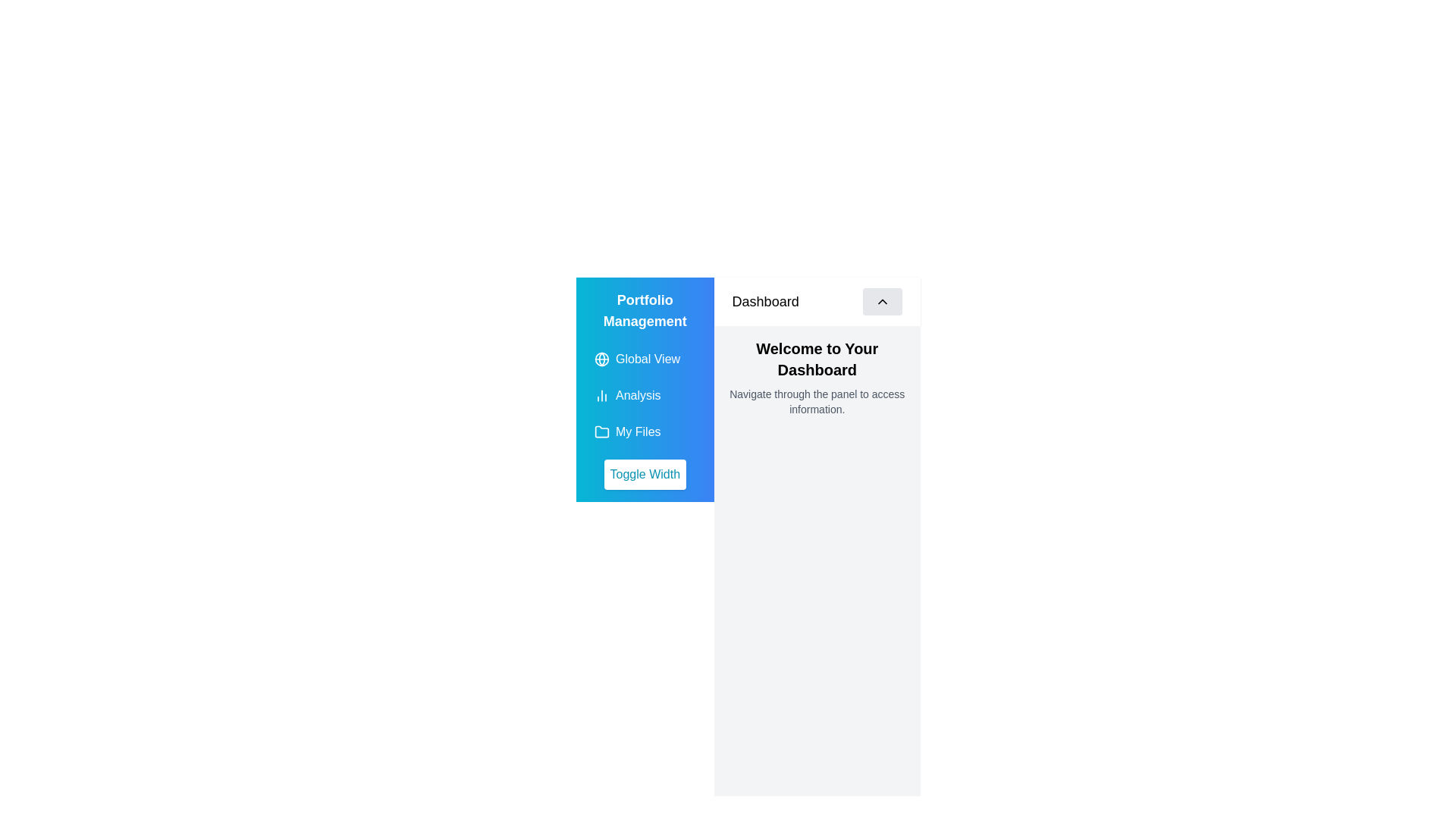 The width and height of the screenshot is (1456, 819). I want to click on the icon representing the 'Analysis' menu option, located to the left of the 'Analysis' text in the sidebar of the application interface, so click(601, 394).